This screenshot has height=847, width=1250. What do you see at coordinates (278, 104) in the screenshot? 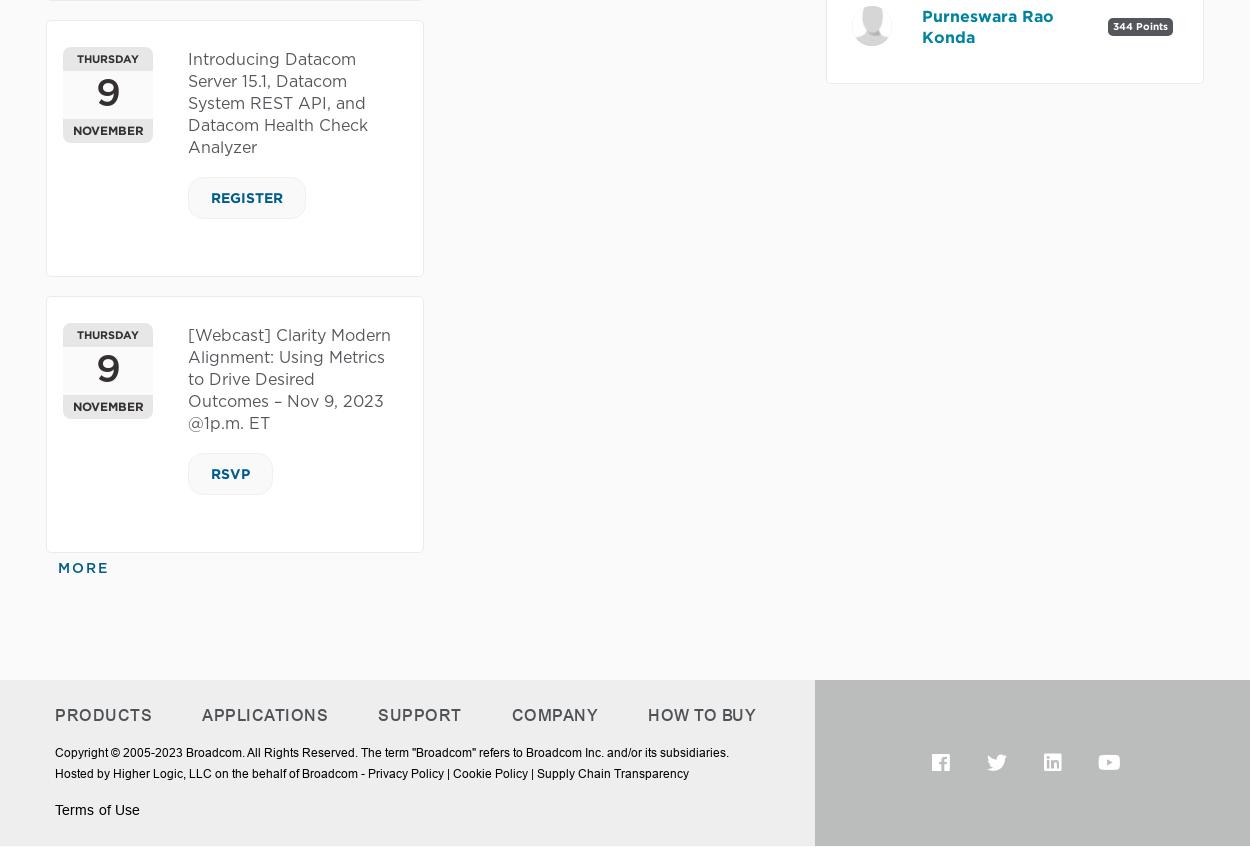
I see `'Introducing Datacom Server 15.1, Datacom System REST API, and Datacom Health Check Analyzer'` at bounding box center [278, 104].